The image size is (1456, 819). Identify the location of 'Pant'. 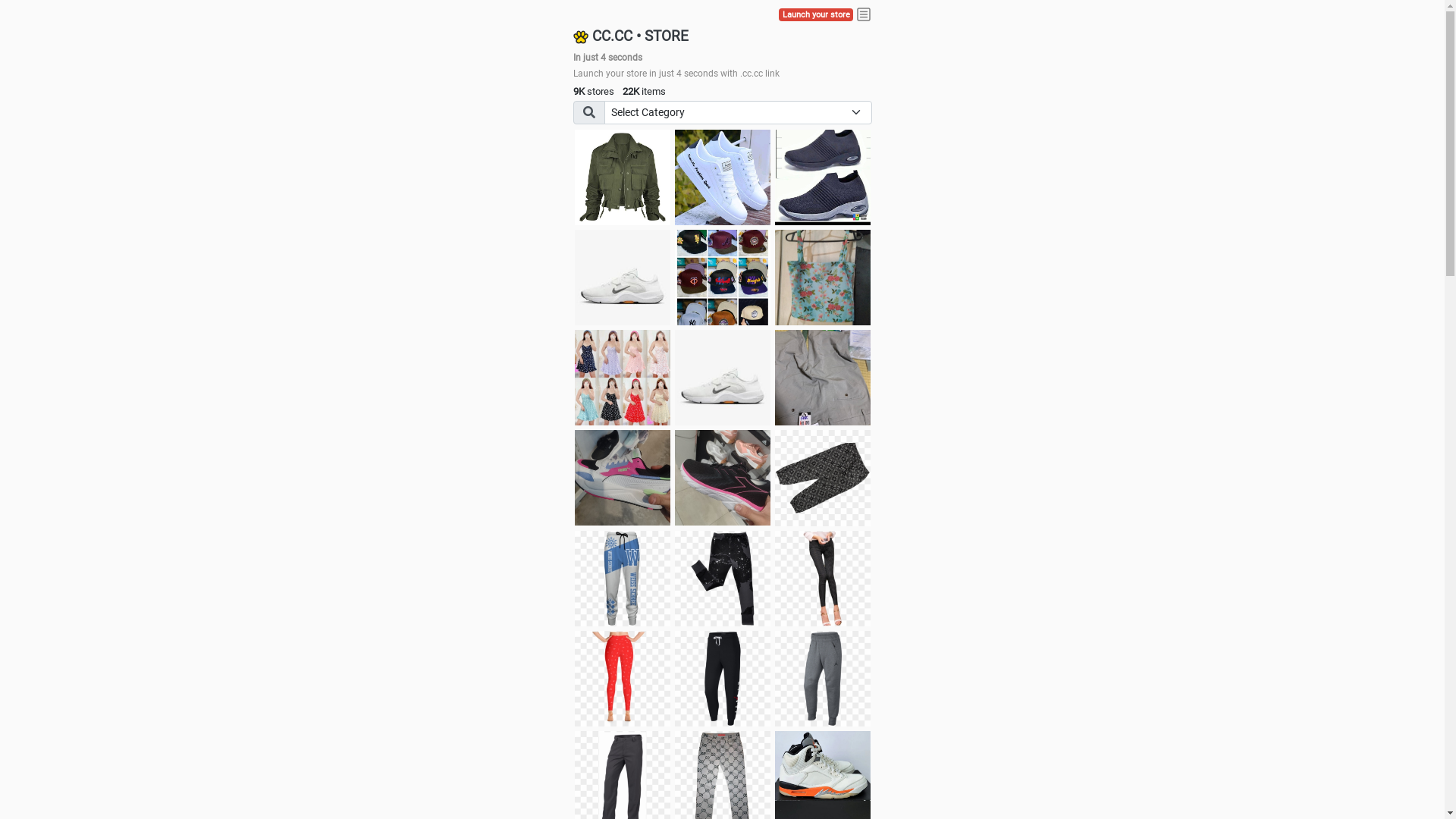
(722, 579).